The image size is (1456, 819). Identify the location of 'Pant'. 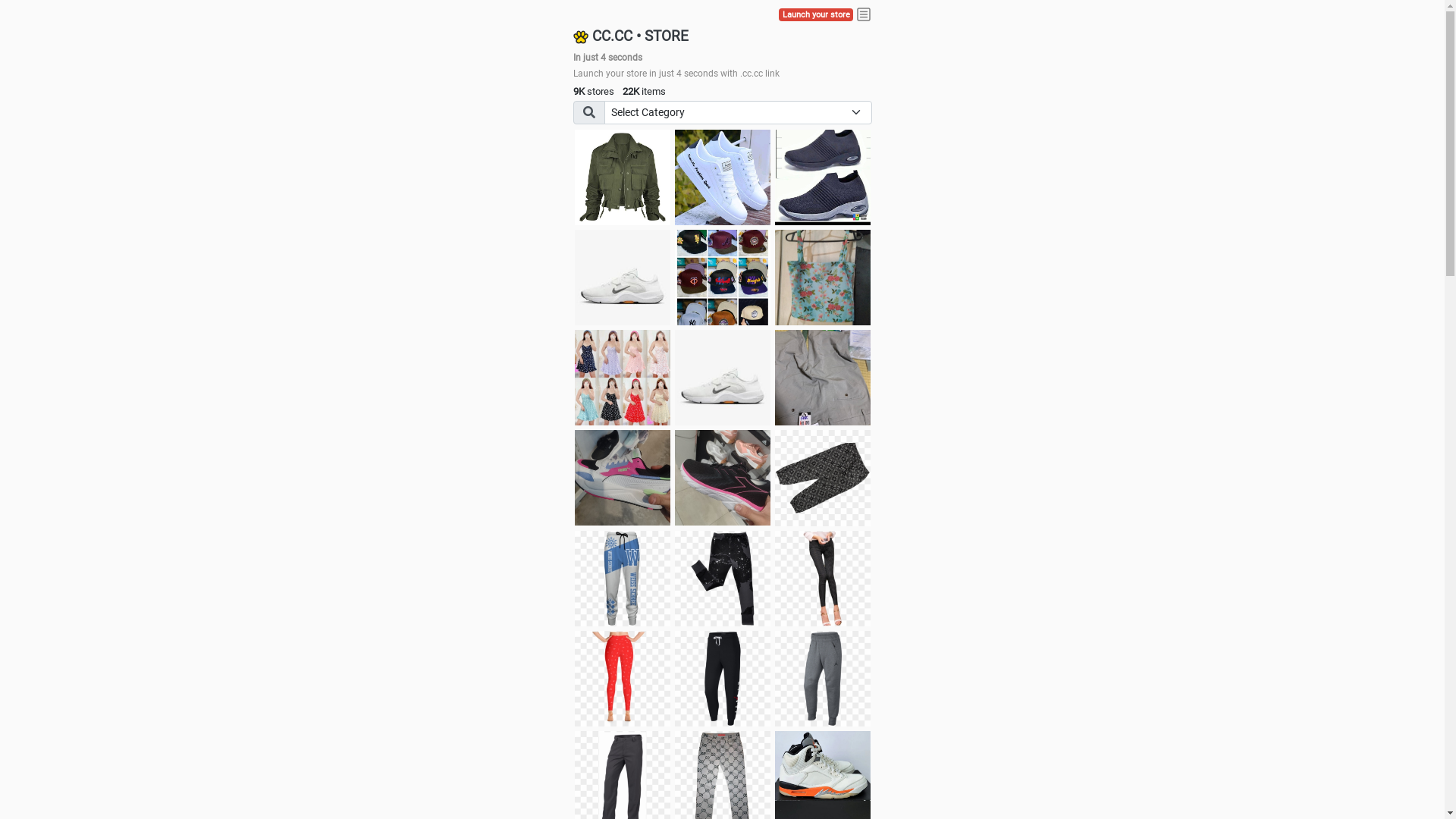
(722, 579).